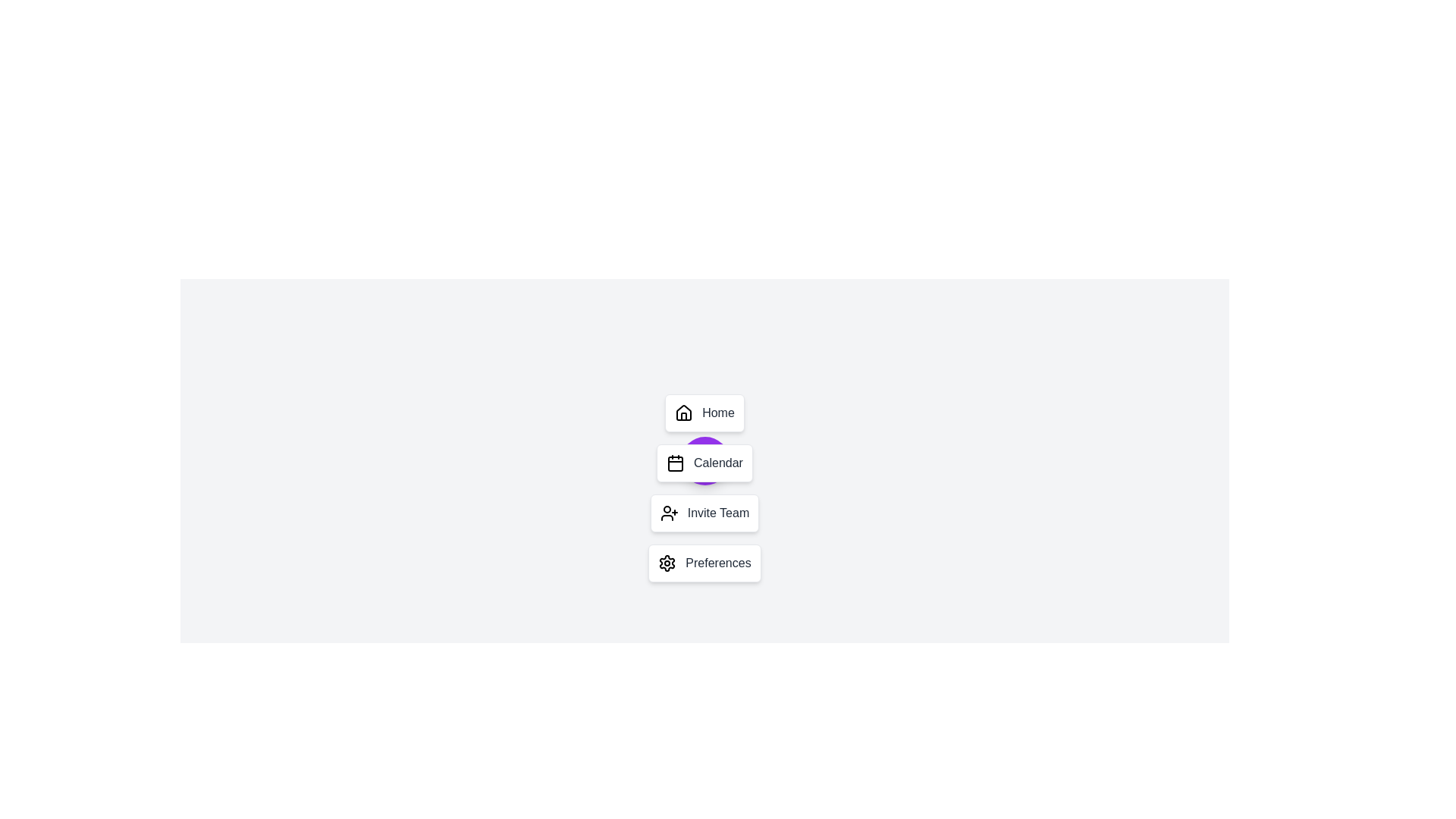 This screenshot has height=819, width=1456. Describe the element at coordinates (717, 513) in the screenshot. I see `the text label indicating the purpose of the invite team members button, which is located within the third button from the top in a vertical menu list` at that location.